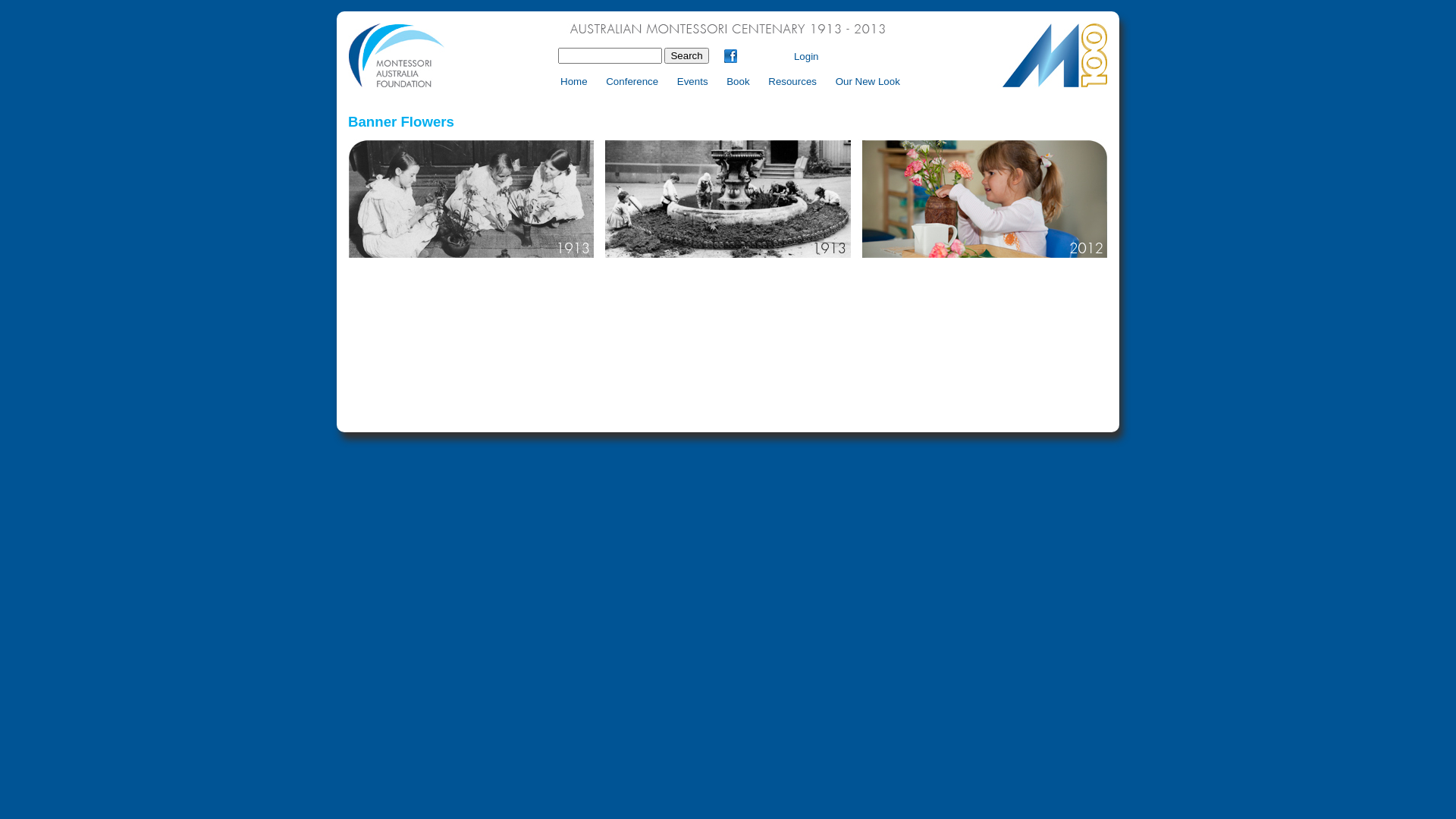 The image size is (1456, 819). What do you see at coordinates (805, 55) in the screenshot?
I see `'Login'` at bounding box center [805, 55].